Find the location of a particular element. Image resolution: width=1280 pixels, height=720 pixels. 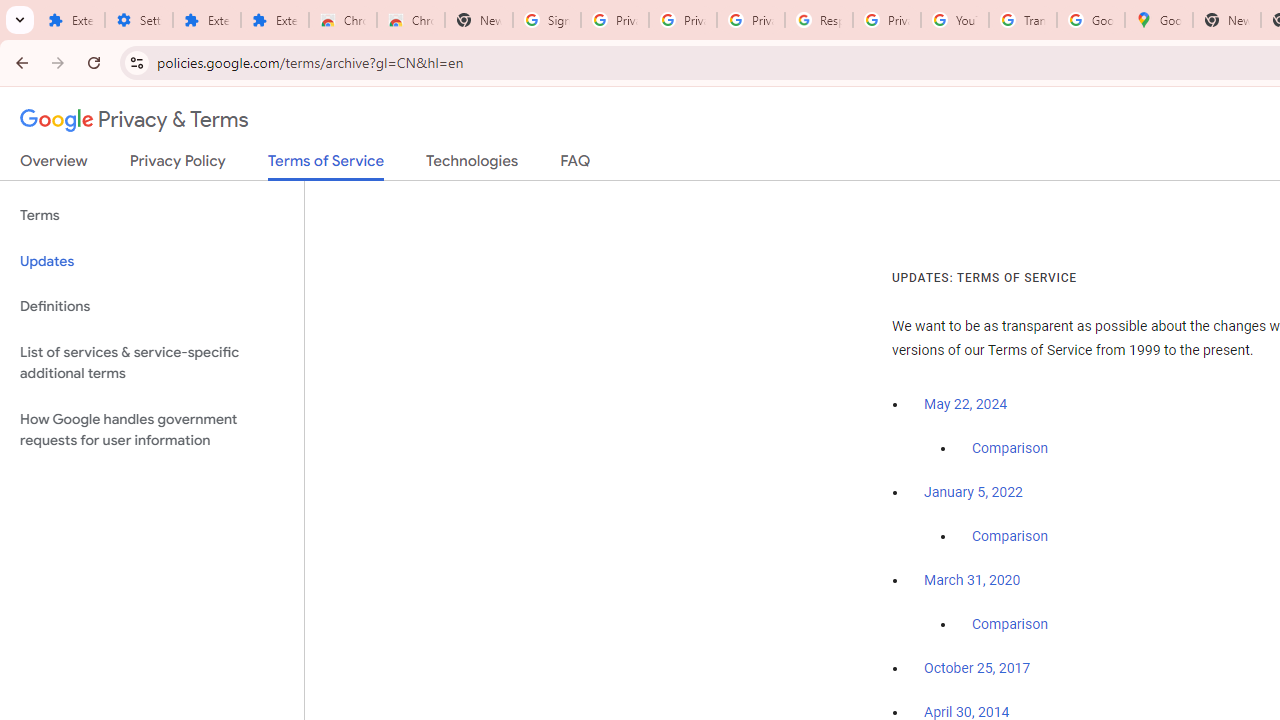

'Extensions' is located at coordinates (206, 20).